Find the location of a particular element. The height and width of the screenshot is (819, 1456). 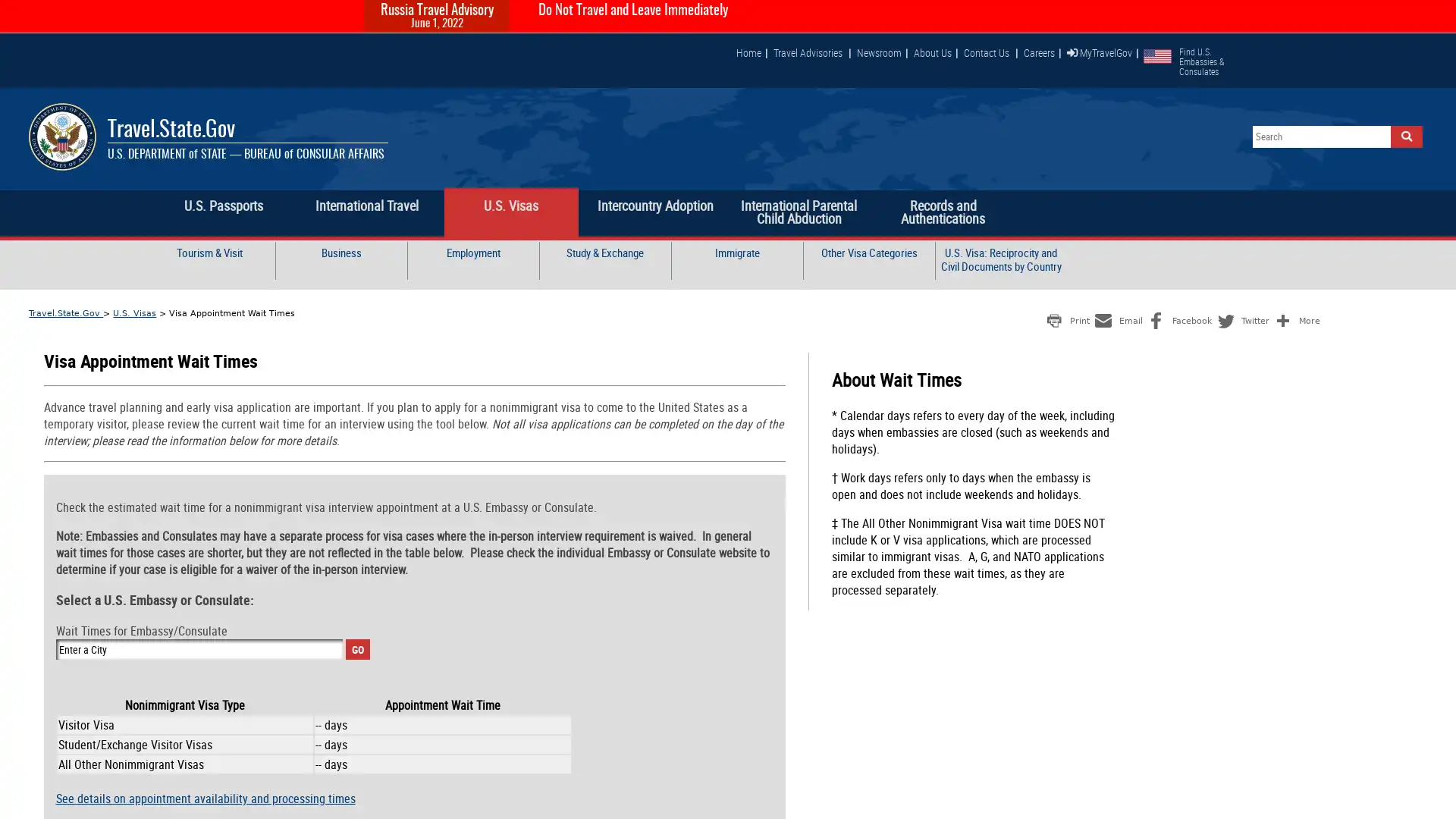

GO is located at coordinates (356, 648).